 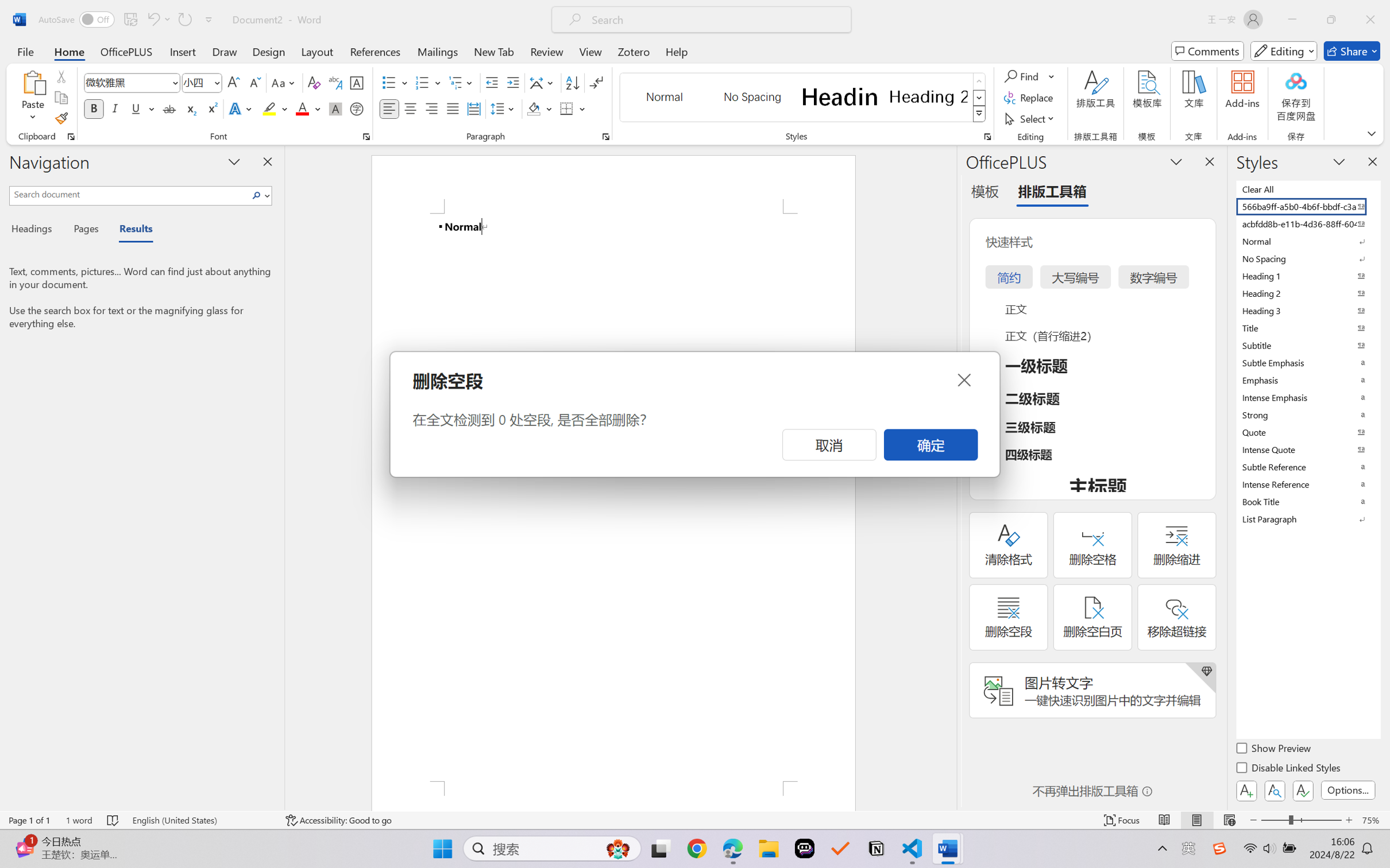 I want to click on 'Italic', so click(x=114, y=108).